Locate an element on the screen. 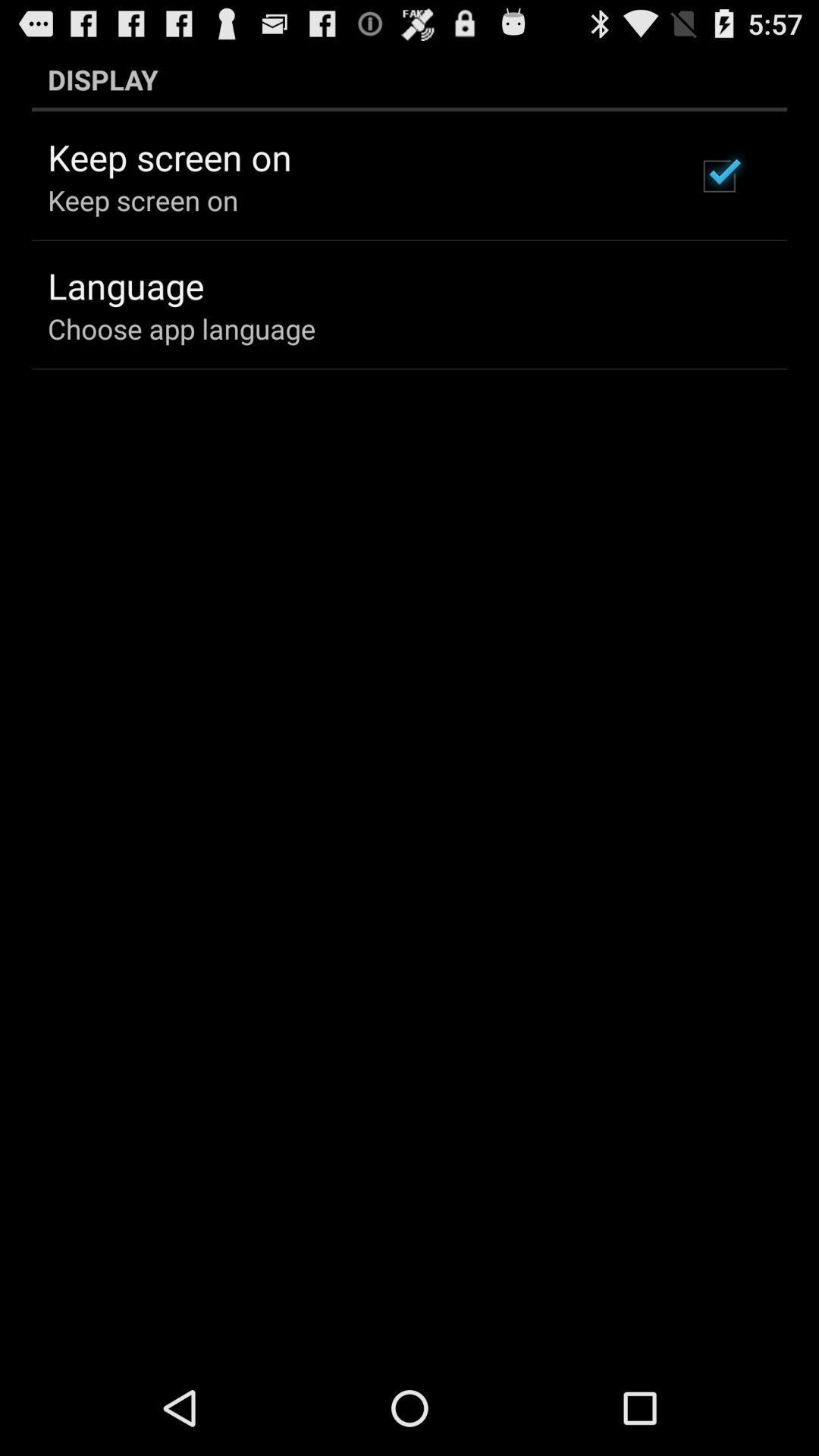 The height and width of the screenshot is (1456, 819). item below the language app is located at coordinates (180, 328).